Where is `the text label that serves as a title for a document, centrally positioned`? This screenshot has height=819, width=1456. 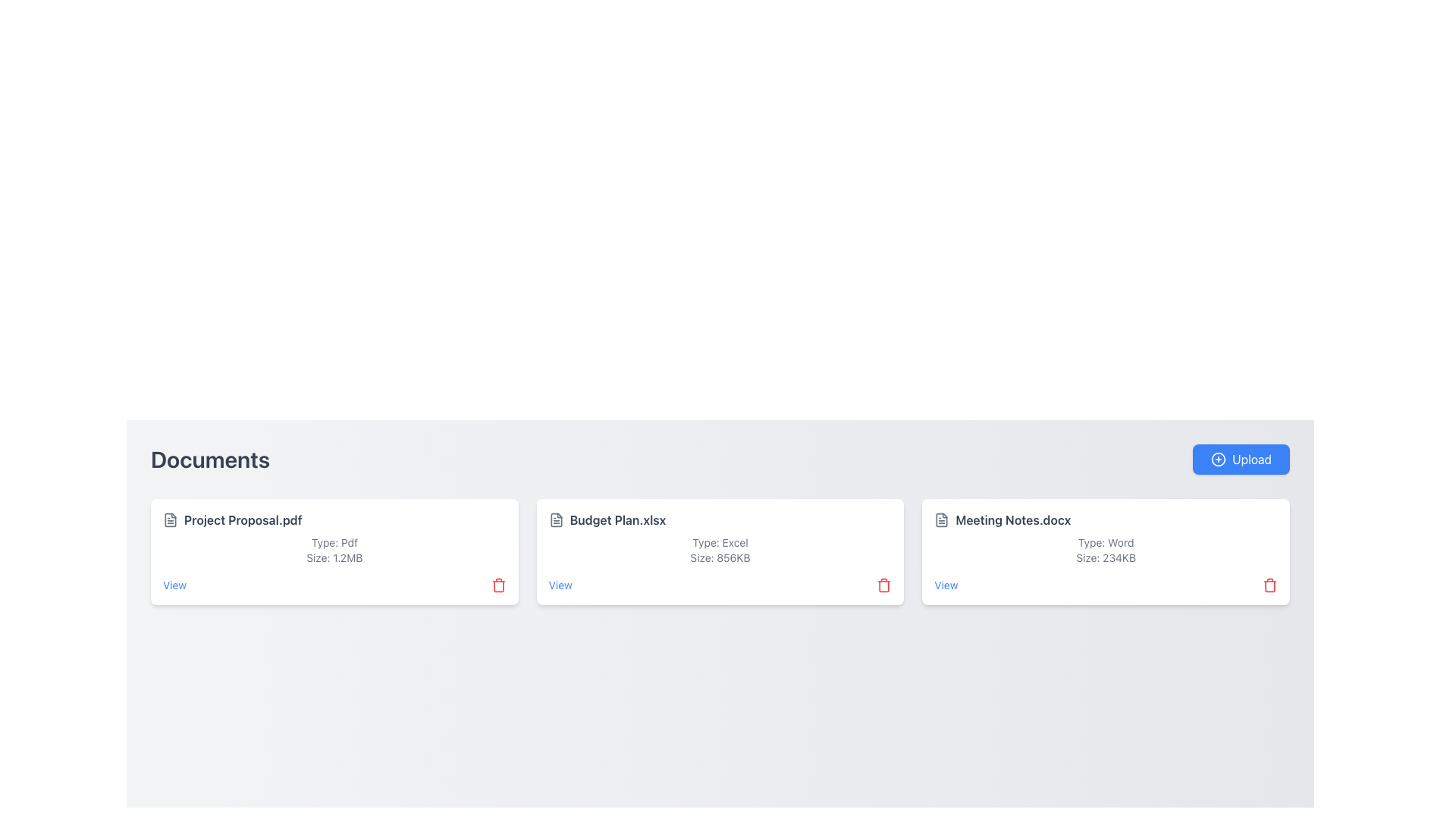
the text label that serves as a title for a document, centrally positioned is located at coordinates (243, 519).